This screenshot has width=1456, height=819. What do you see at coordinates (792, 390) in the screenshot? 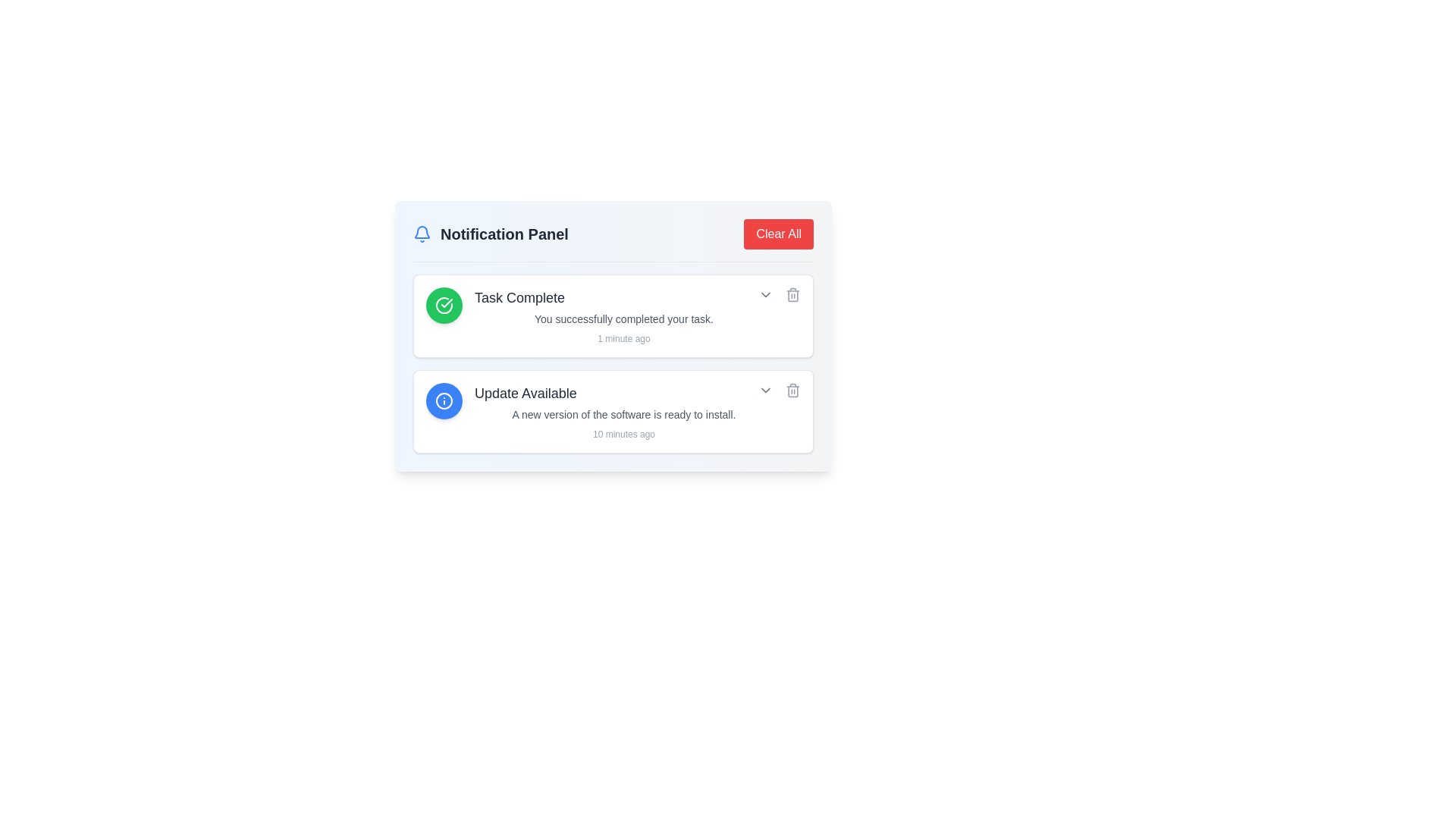
I see `the trash icon button in the notification panel for the 'Update Available' notification to change its color from gray to red` at bounding box center [792, 390].